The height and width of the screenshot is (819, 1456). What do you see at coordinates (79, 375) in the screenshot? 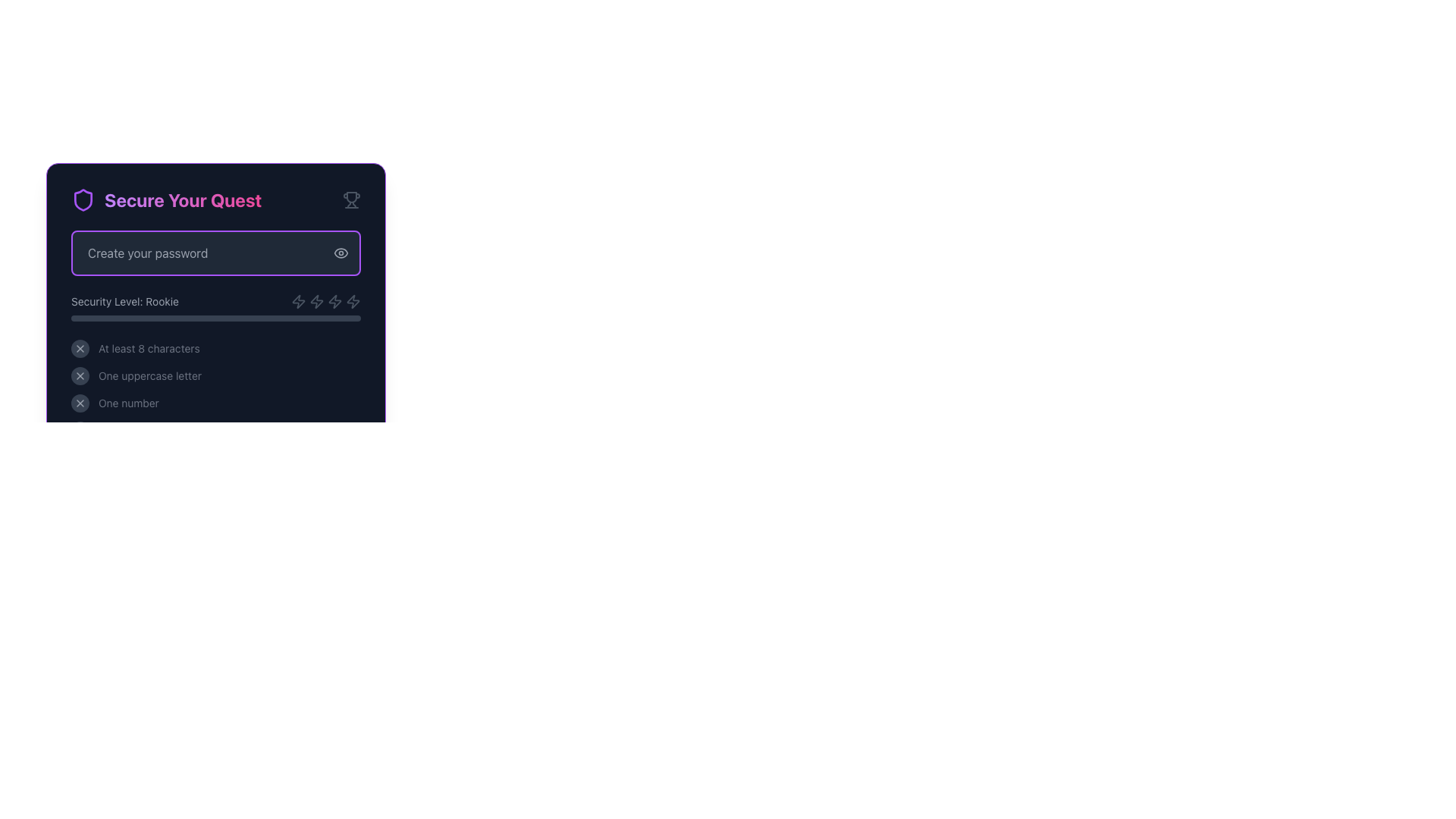
I see `the icon that indicates the unmet status of the password requirement for at least one uppercase letter, located second in a vertical list of password requirement indicators` at bounding box center [79, 375].